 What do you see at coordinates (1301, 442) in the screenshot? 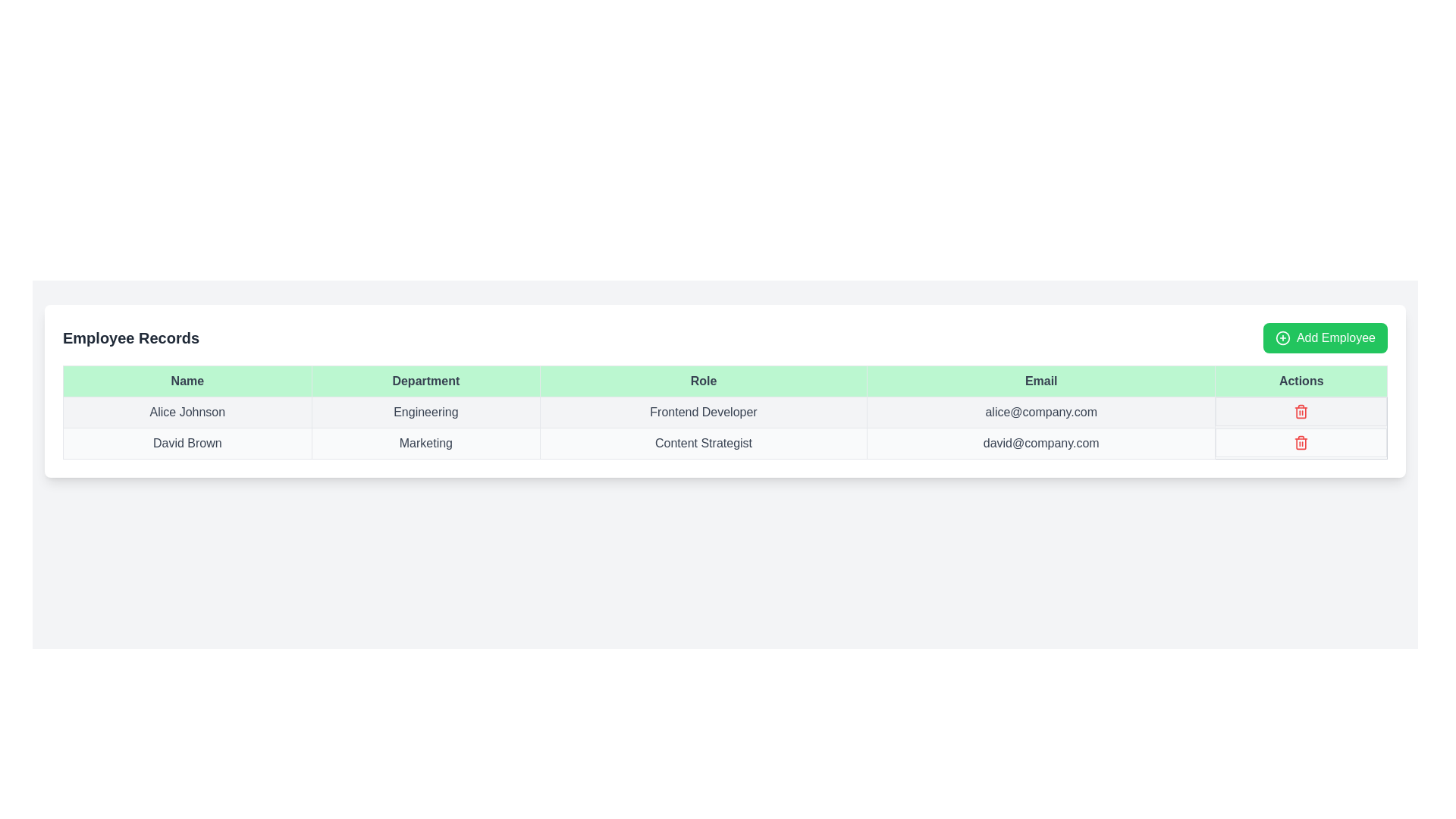
I see `the red trash icon` at bounding box center [1301, 442].